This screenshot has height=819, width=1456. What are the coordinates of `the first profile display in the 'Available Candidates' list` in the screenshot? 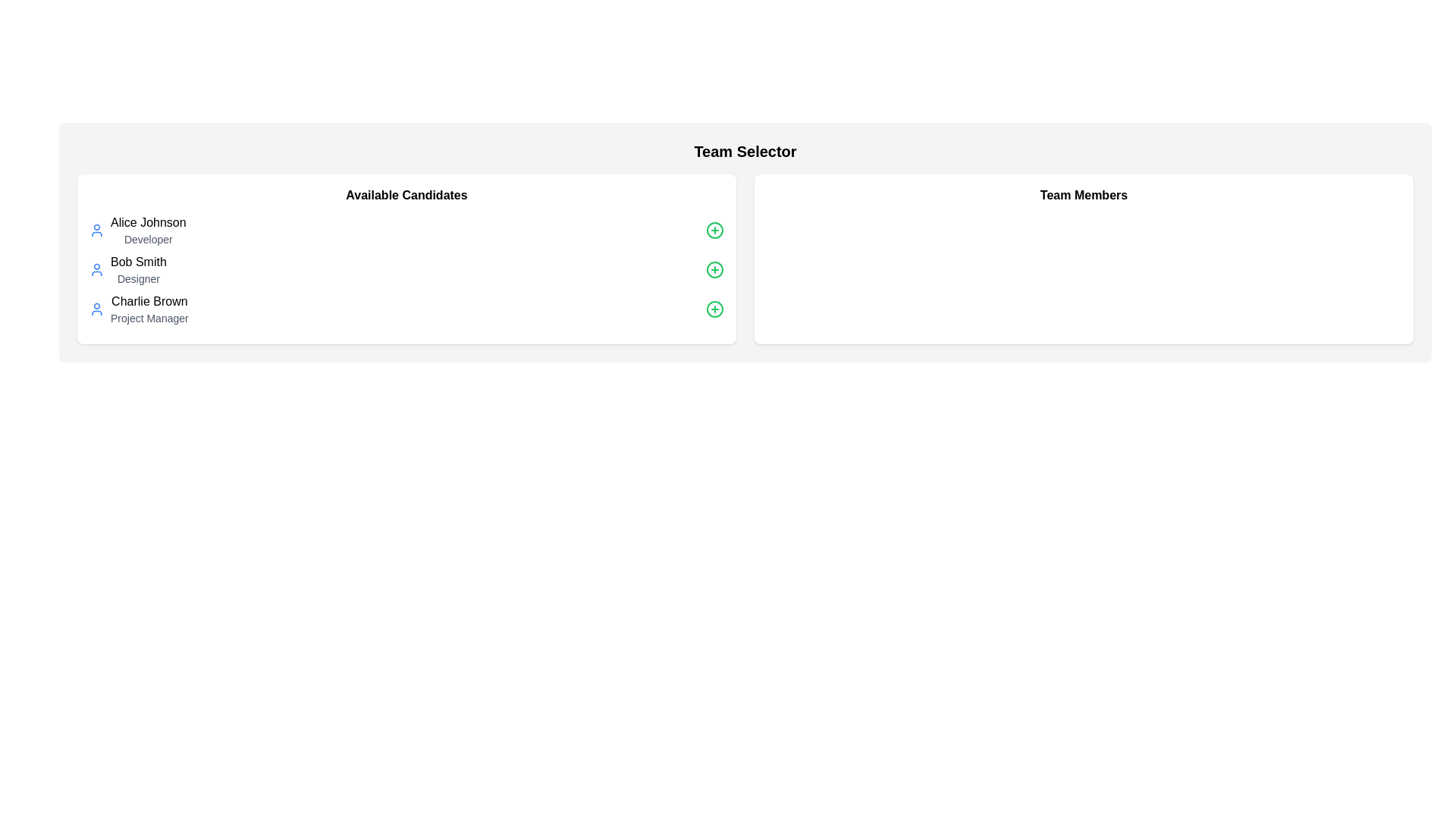 It's located at (137, 231).